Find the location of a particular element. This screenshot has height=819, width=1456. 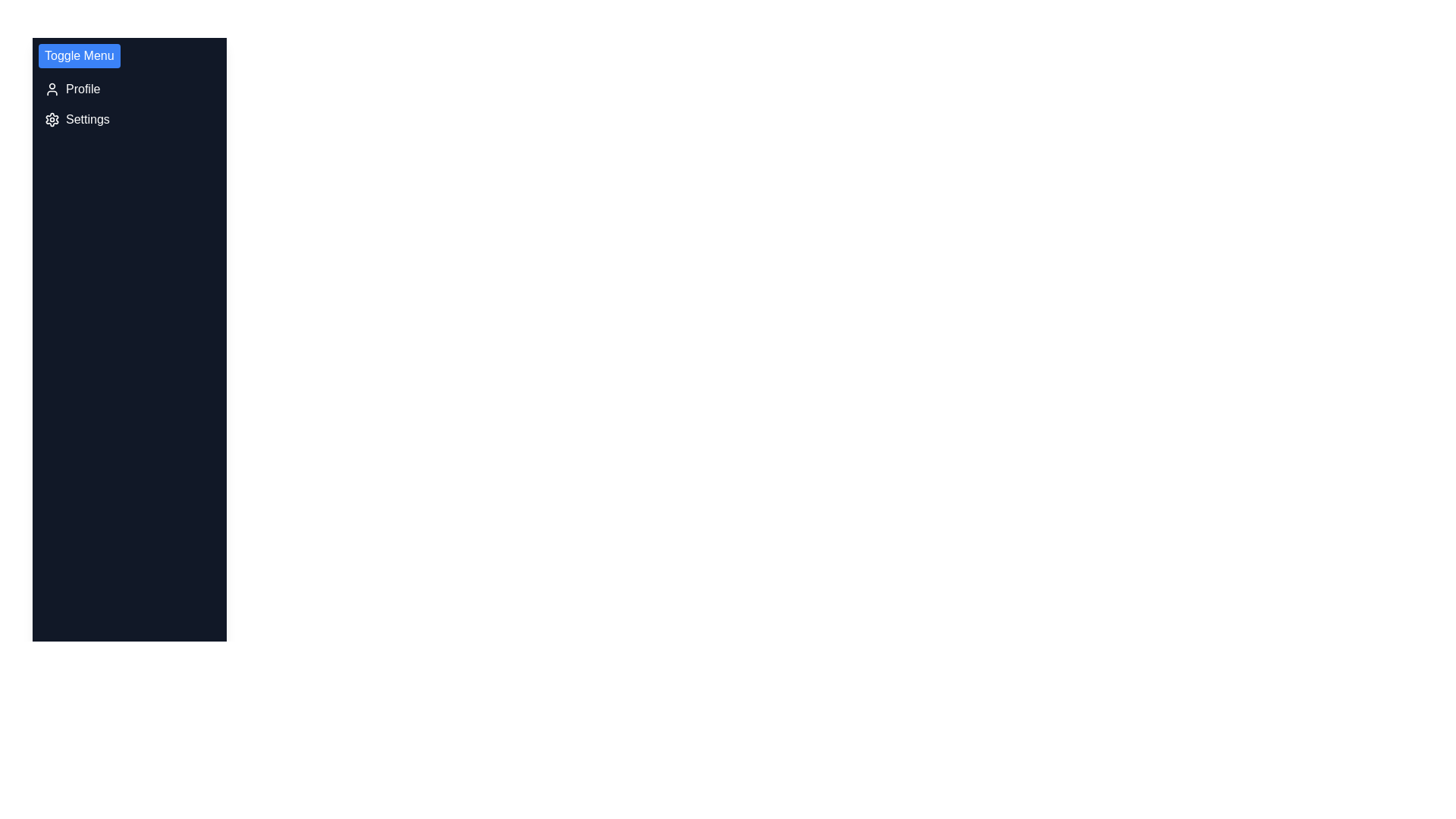

the 'Settings' menu item is located at coordinates (130, 119).